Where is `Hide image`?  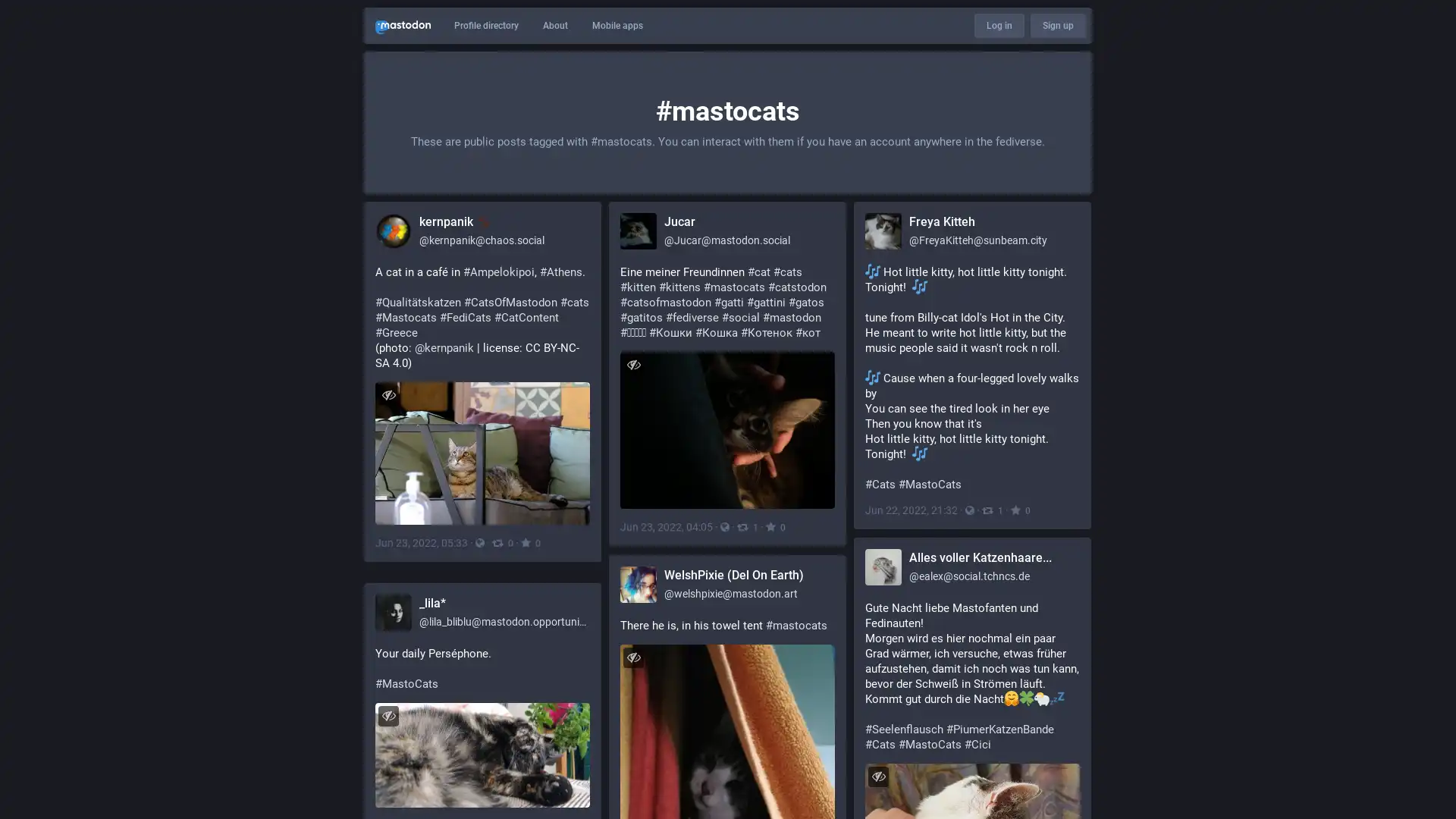
Hide image is located at coordinates (633, 656).